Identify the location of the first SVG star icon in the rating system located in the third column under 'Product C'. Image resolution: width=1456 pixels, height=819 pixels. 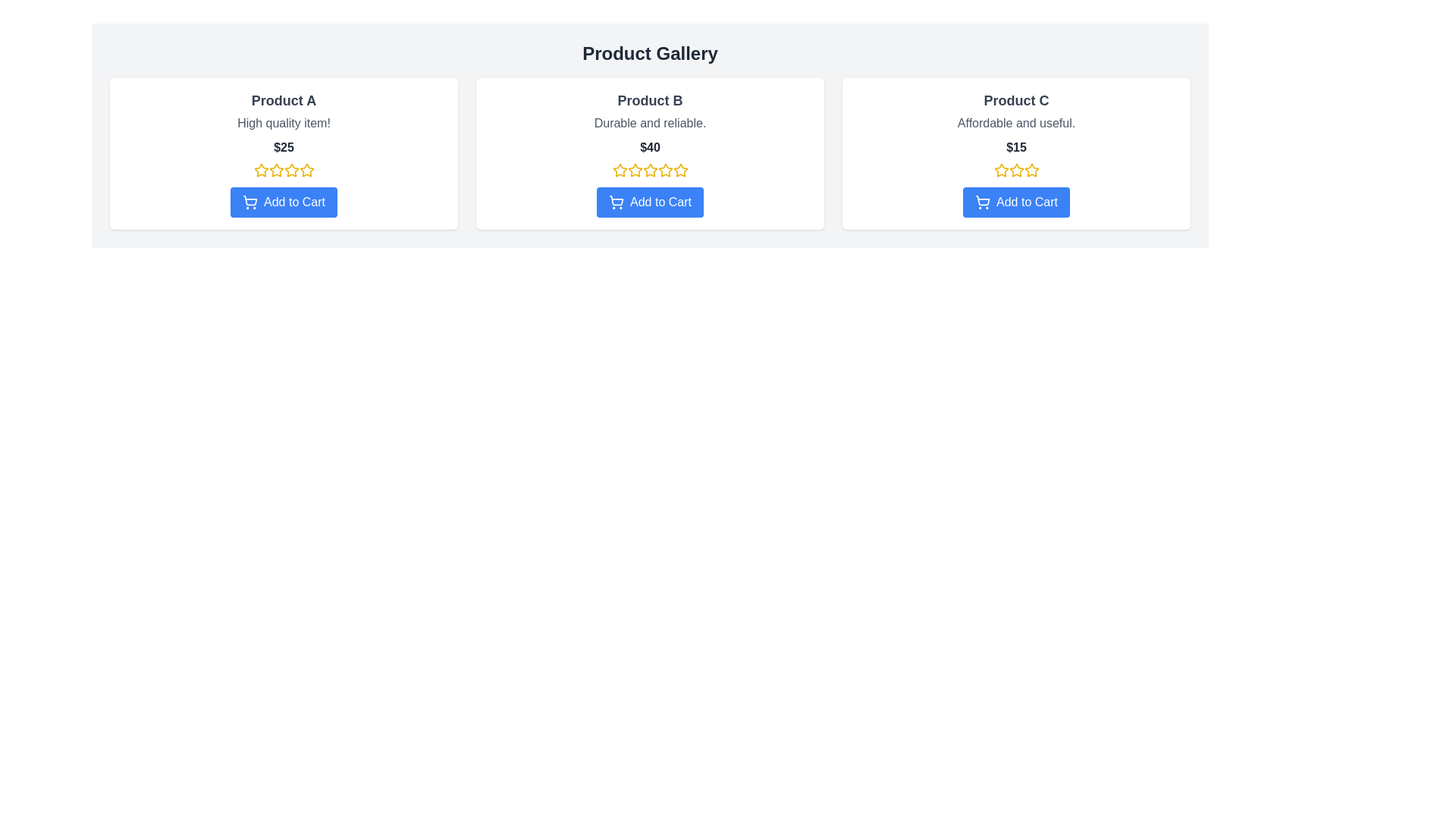
(1001, 170).